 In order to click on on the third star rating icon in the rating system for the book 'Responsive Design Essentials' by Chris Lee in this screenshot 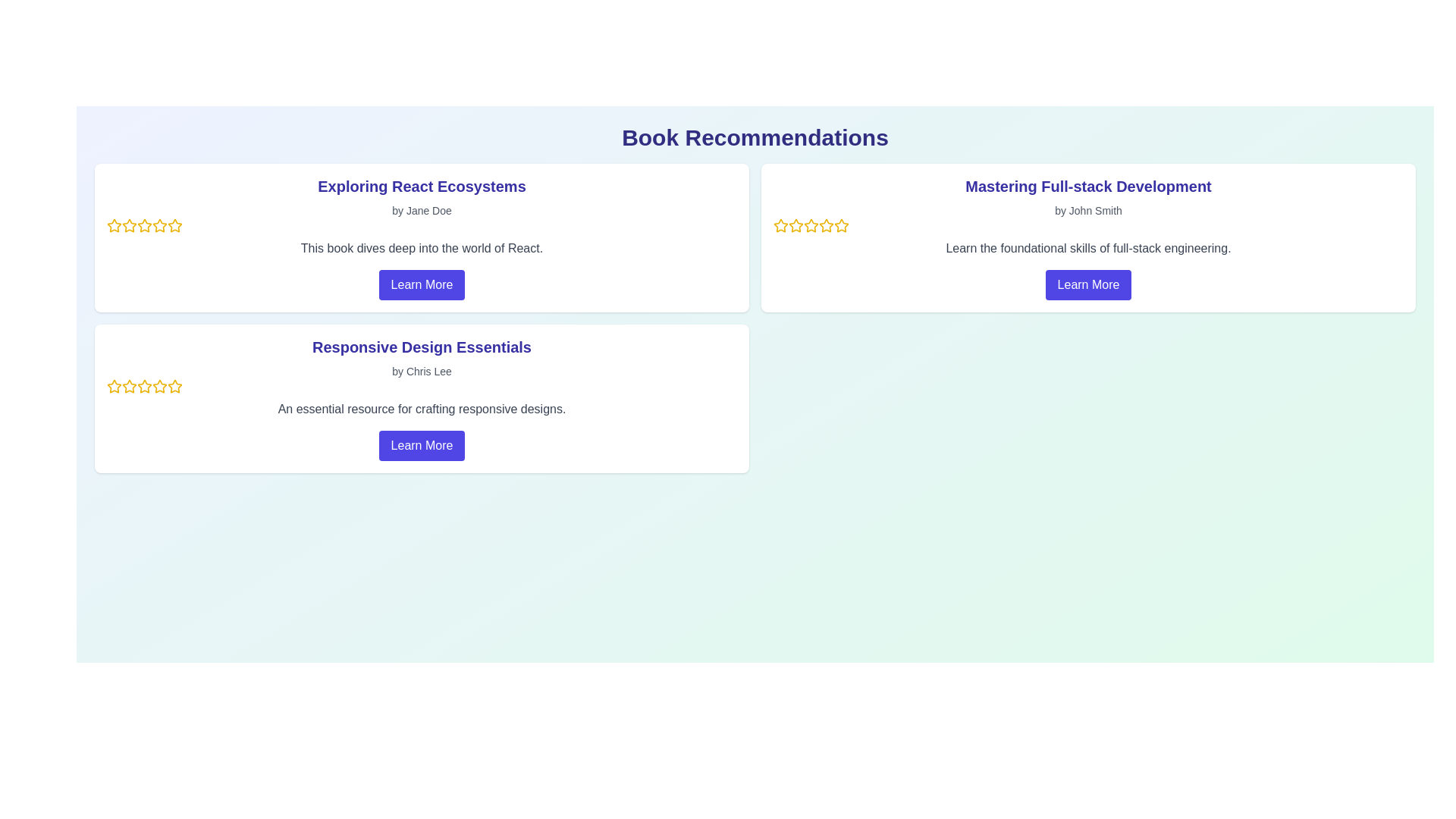, I will do `click(130, 385)`.